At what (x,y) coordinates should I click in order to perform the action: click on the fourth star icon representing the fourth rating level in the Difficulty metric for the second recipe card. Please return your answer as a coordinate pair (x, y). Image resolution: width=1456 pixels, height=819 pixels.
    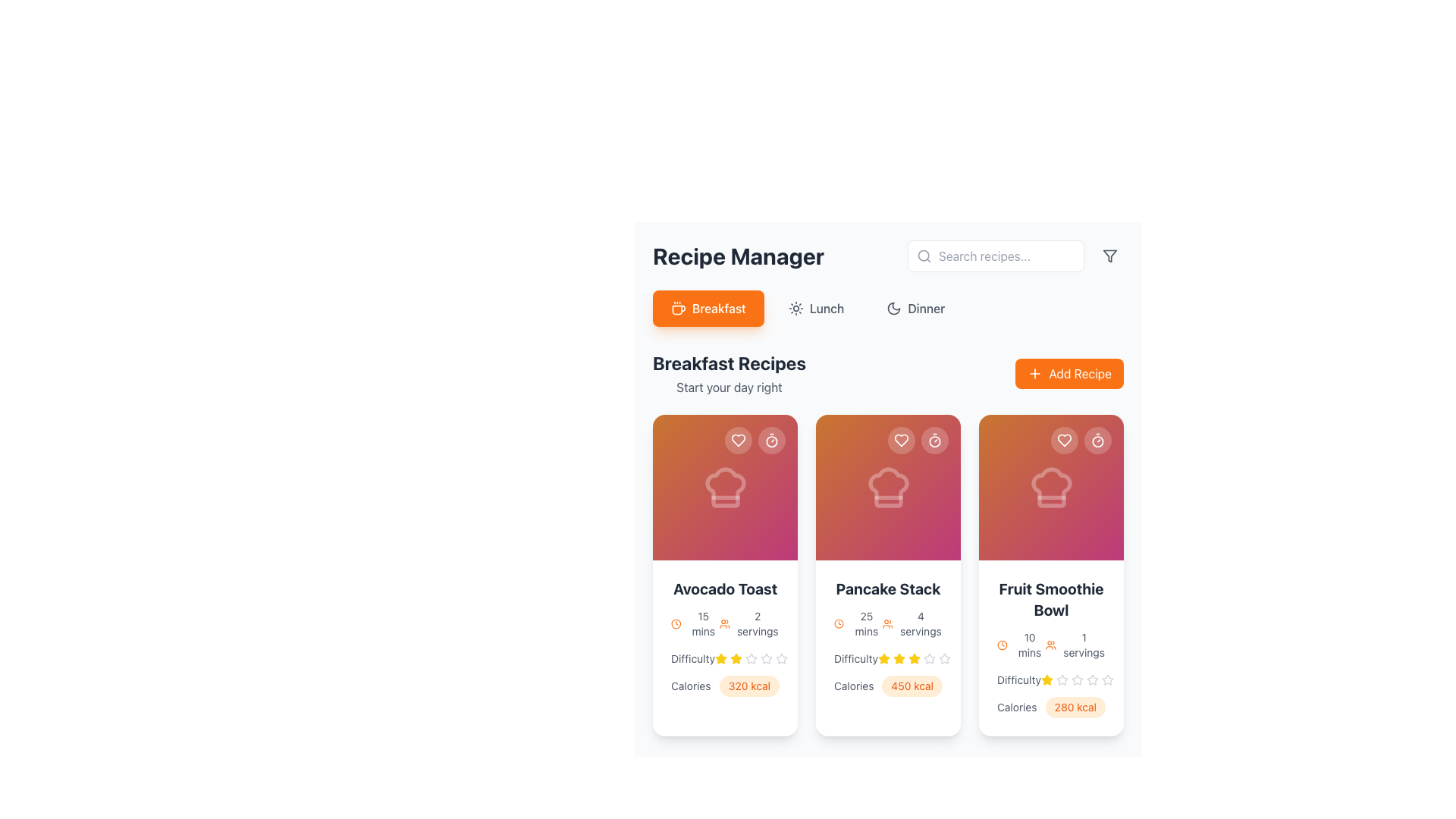
    Looking at the image, I should click on (913, 657).